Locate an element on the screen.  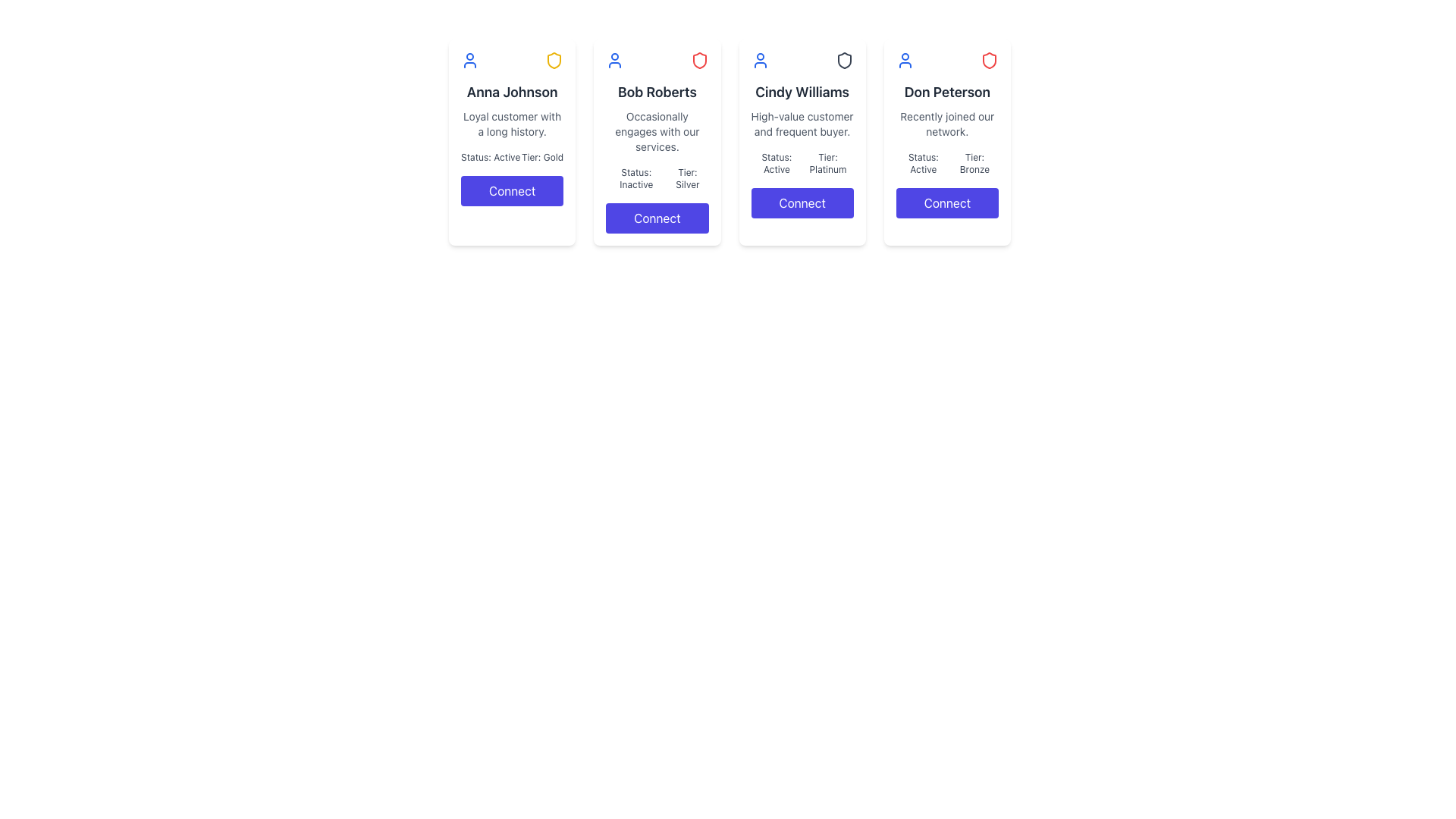
the text label displaying 'Tier: Platinum' located in the third user card from the left, positioned below 'Status: Active' is located at coordinates (827, 164).